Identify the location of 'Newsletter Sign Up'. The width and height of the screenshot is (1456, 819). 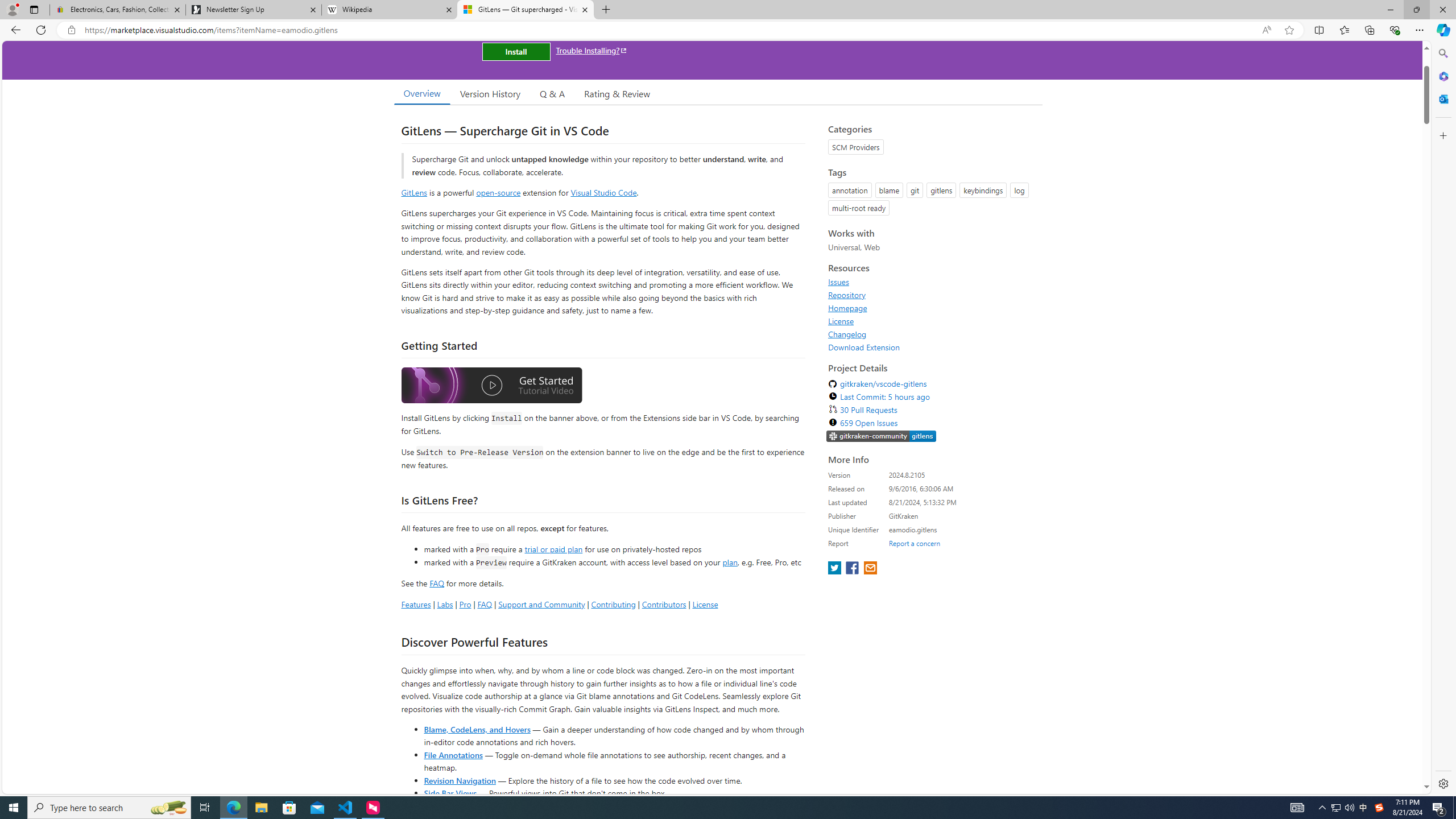
(253, 9).